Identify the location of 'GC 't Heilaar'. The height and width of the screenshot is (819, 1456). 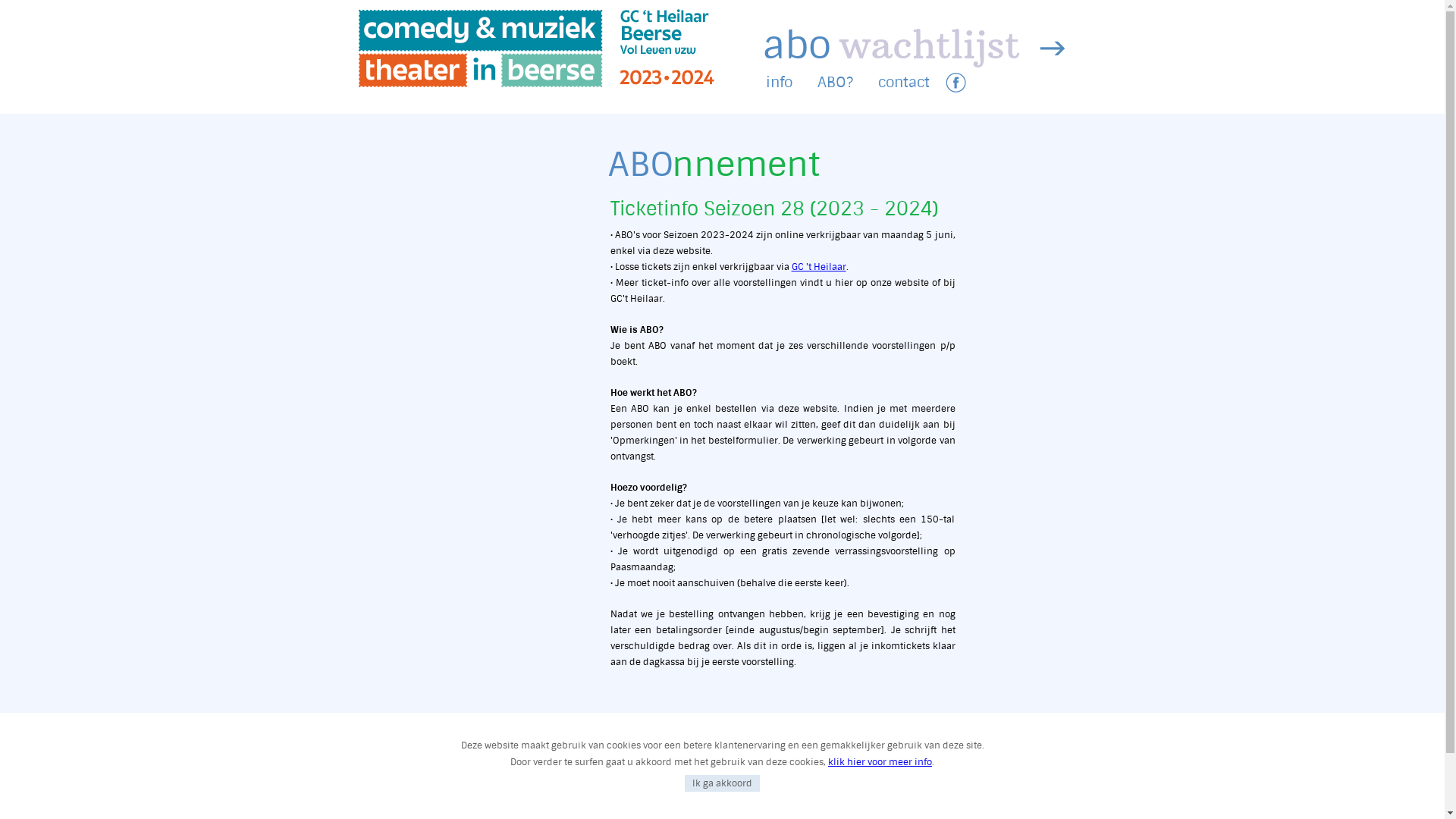
(818, 265).